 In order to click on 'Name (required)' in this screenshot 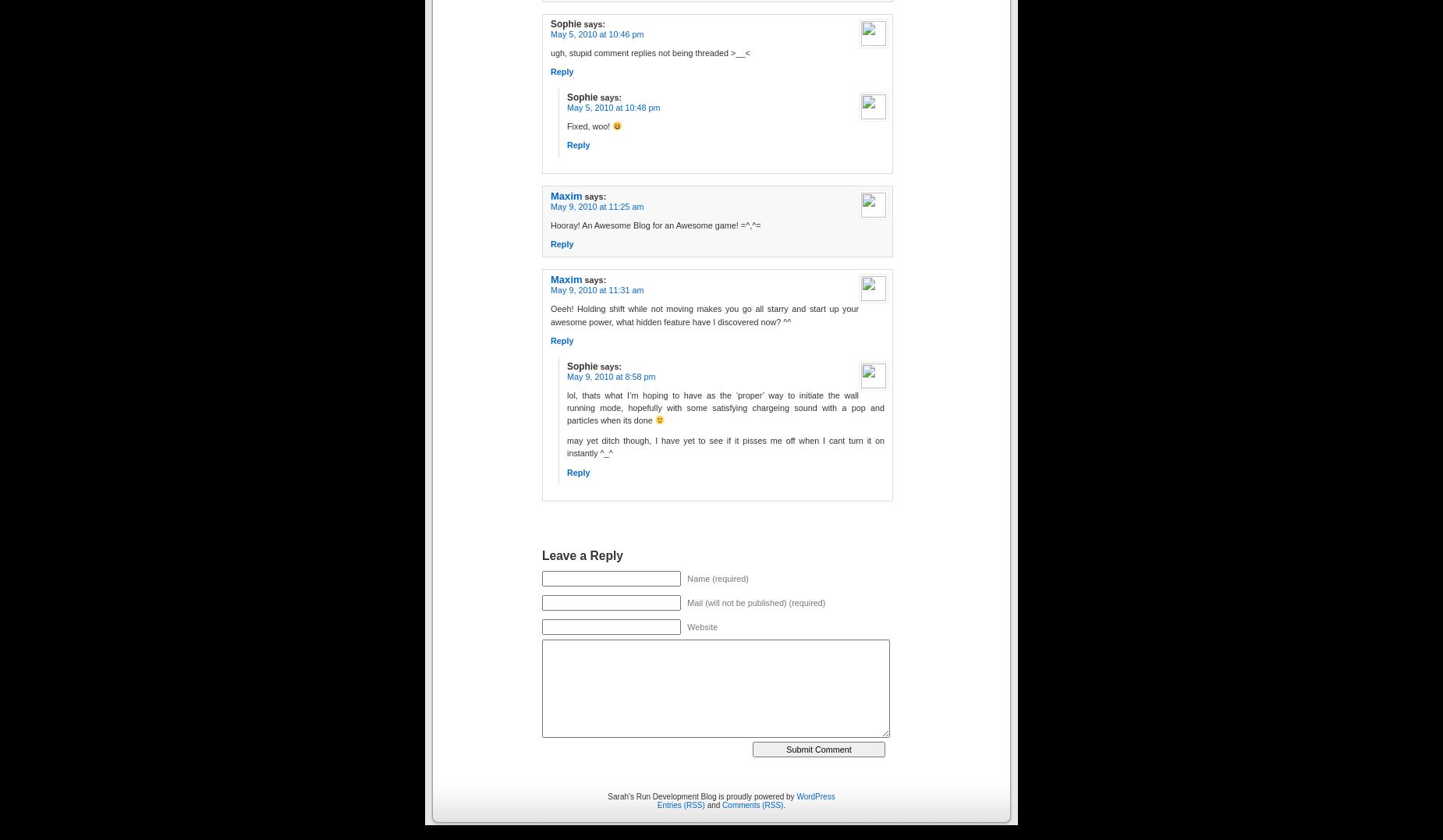, I will do `click(718, 577)`.